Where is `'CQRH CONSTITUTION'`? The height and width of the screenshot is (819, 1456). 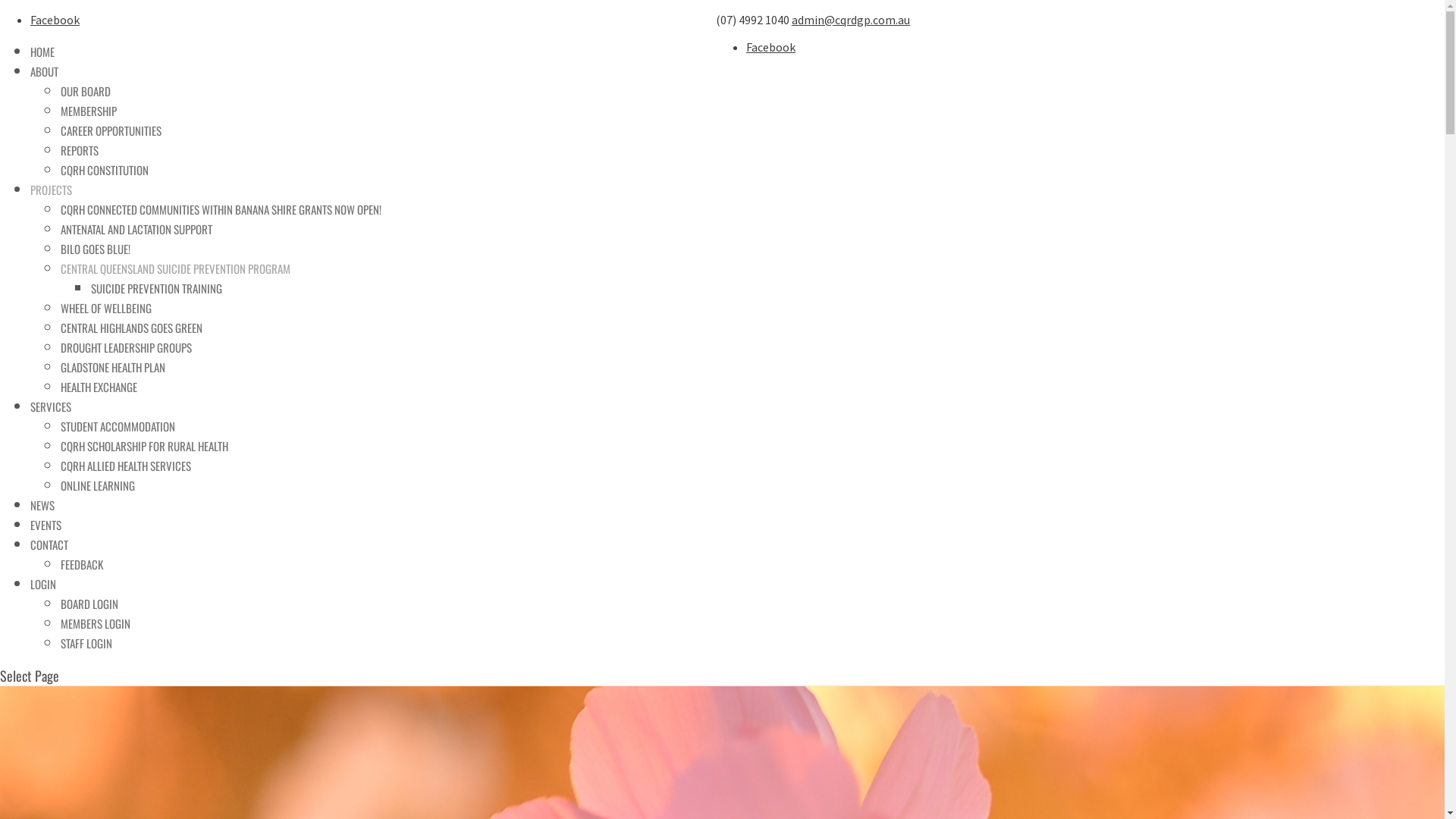
'CQRH CONSTITUTION' is located at coordinates (104, 169).